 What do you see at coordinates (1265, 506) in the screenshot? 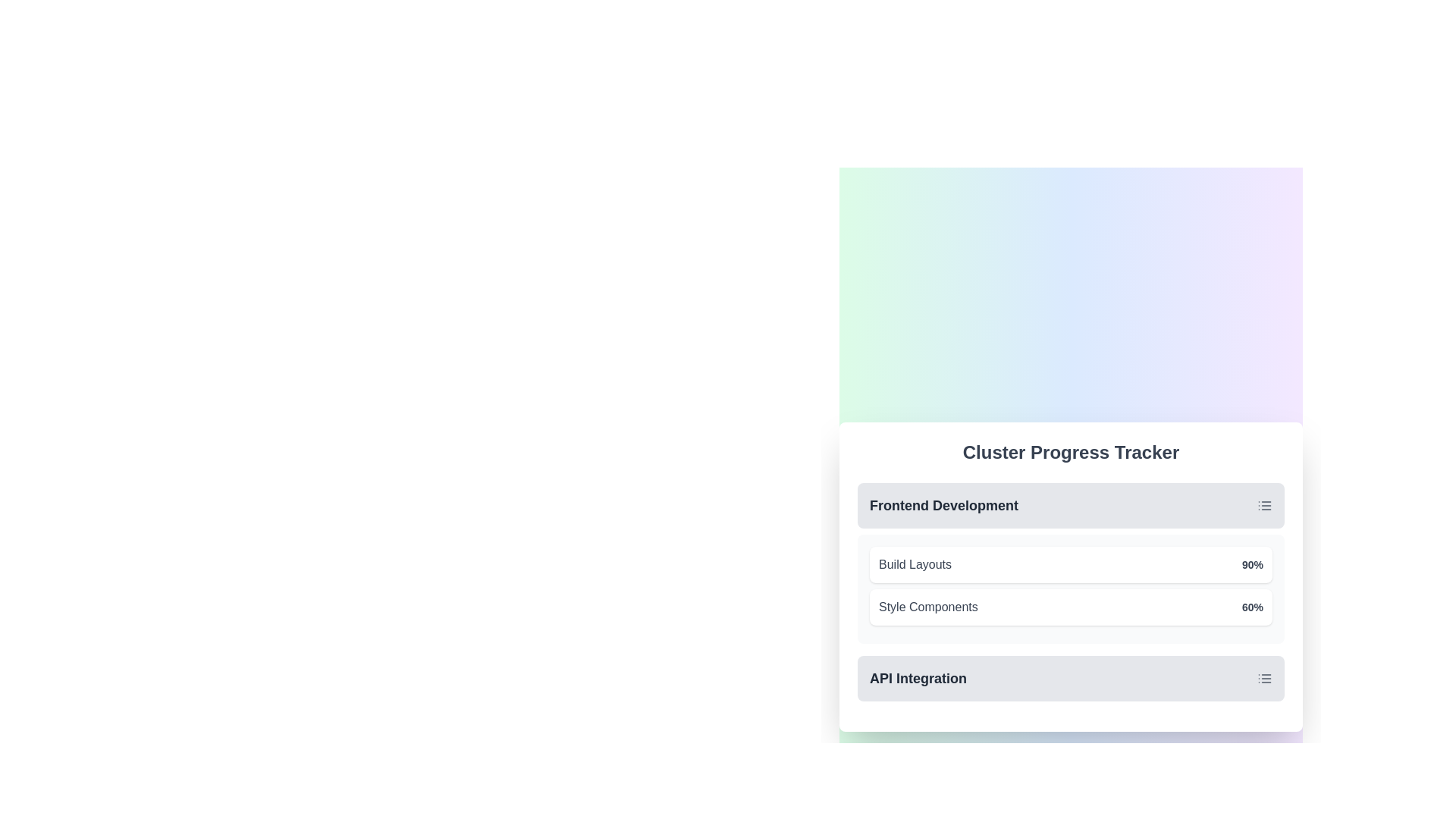
I see `the list icon element located on the right side of the 'Frontend Development' section for keyboard navigation` at bounding box center [1265, 506].